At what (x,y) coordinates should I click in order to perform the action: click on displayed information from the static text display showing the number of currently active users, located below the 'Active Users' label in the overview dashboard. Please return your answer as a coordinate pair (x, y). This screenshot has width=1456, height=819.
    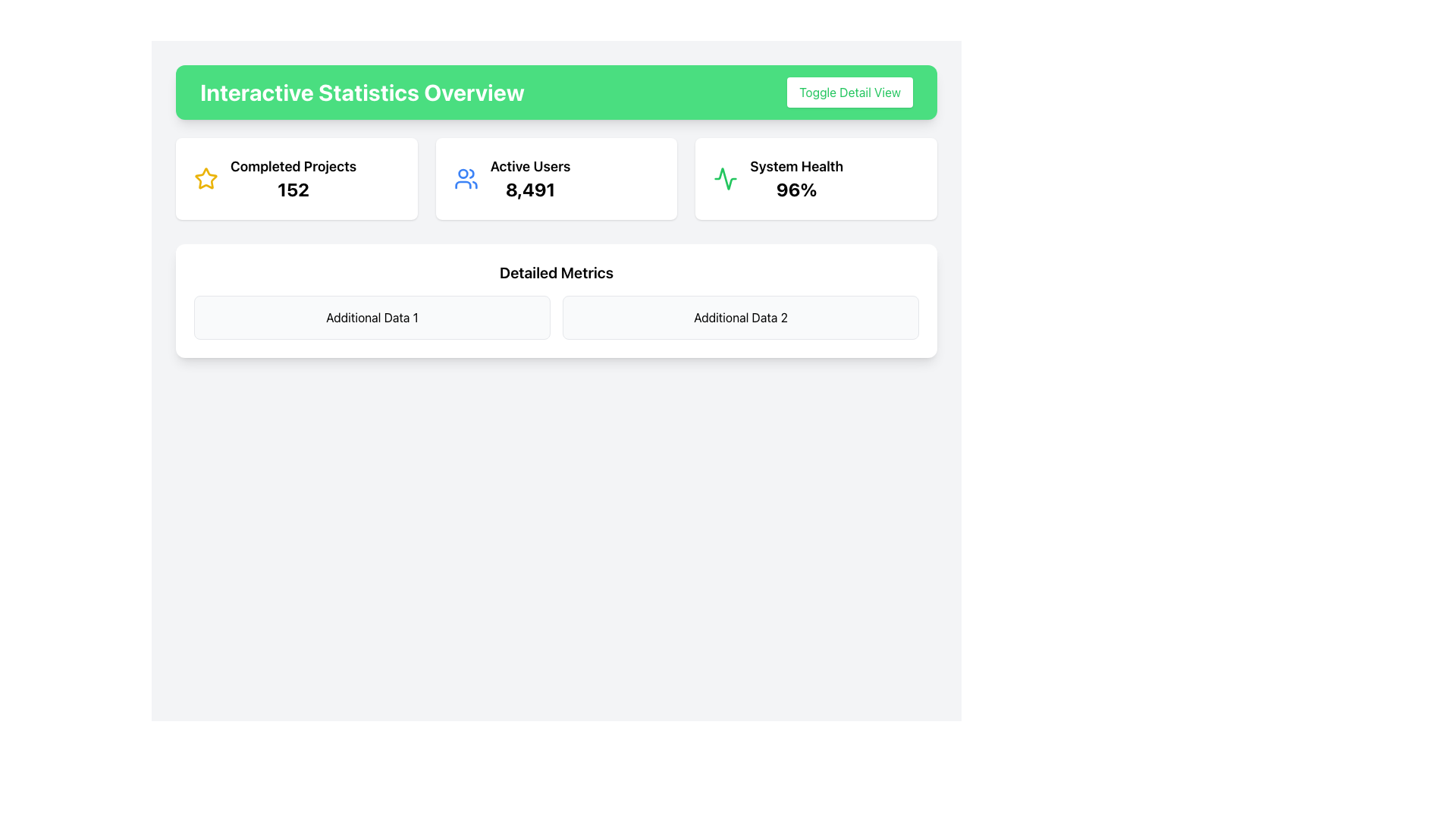
    Looking at the image, I should click on (530, 189).